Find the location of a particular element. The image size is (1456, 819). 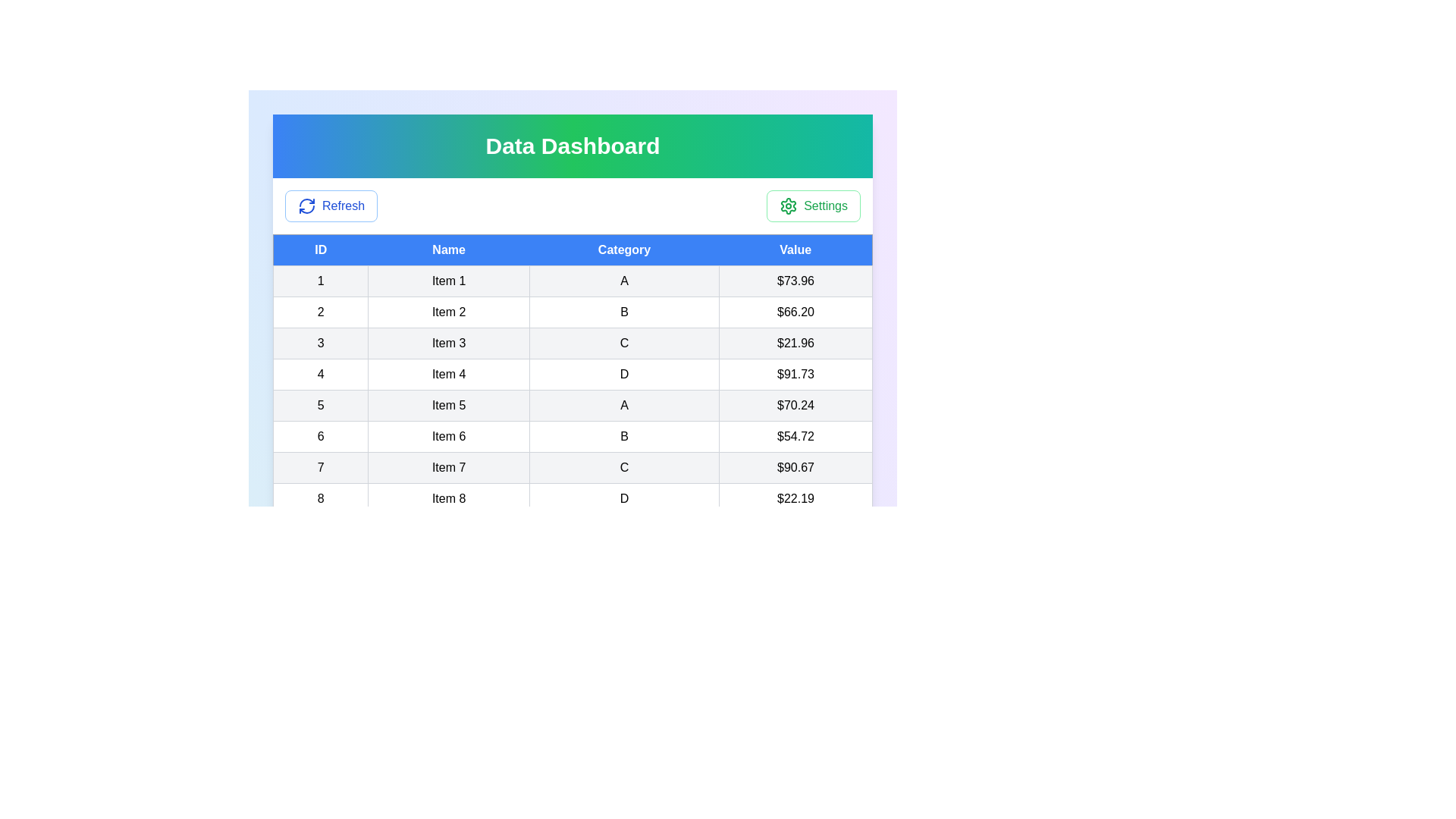

the table header Name to sort or filter the column is located at coordinates (448, 249).